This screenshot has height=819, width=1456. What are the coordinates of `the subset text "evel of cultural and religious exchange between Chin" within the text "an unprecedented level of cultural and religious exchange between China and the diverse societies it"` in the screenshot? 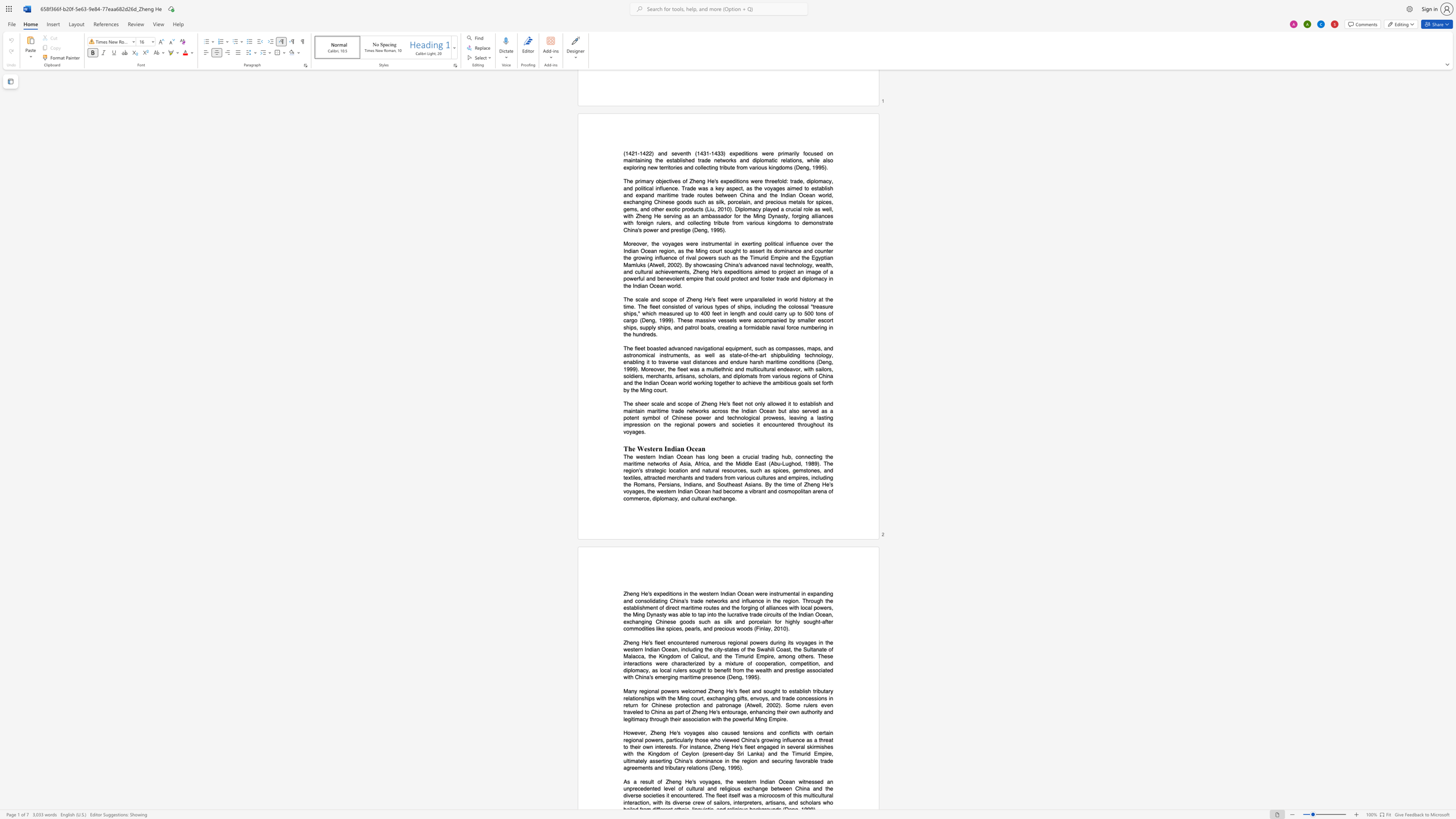 It's located at (665, 788).